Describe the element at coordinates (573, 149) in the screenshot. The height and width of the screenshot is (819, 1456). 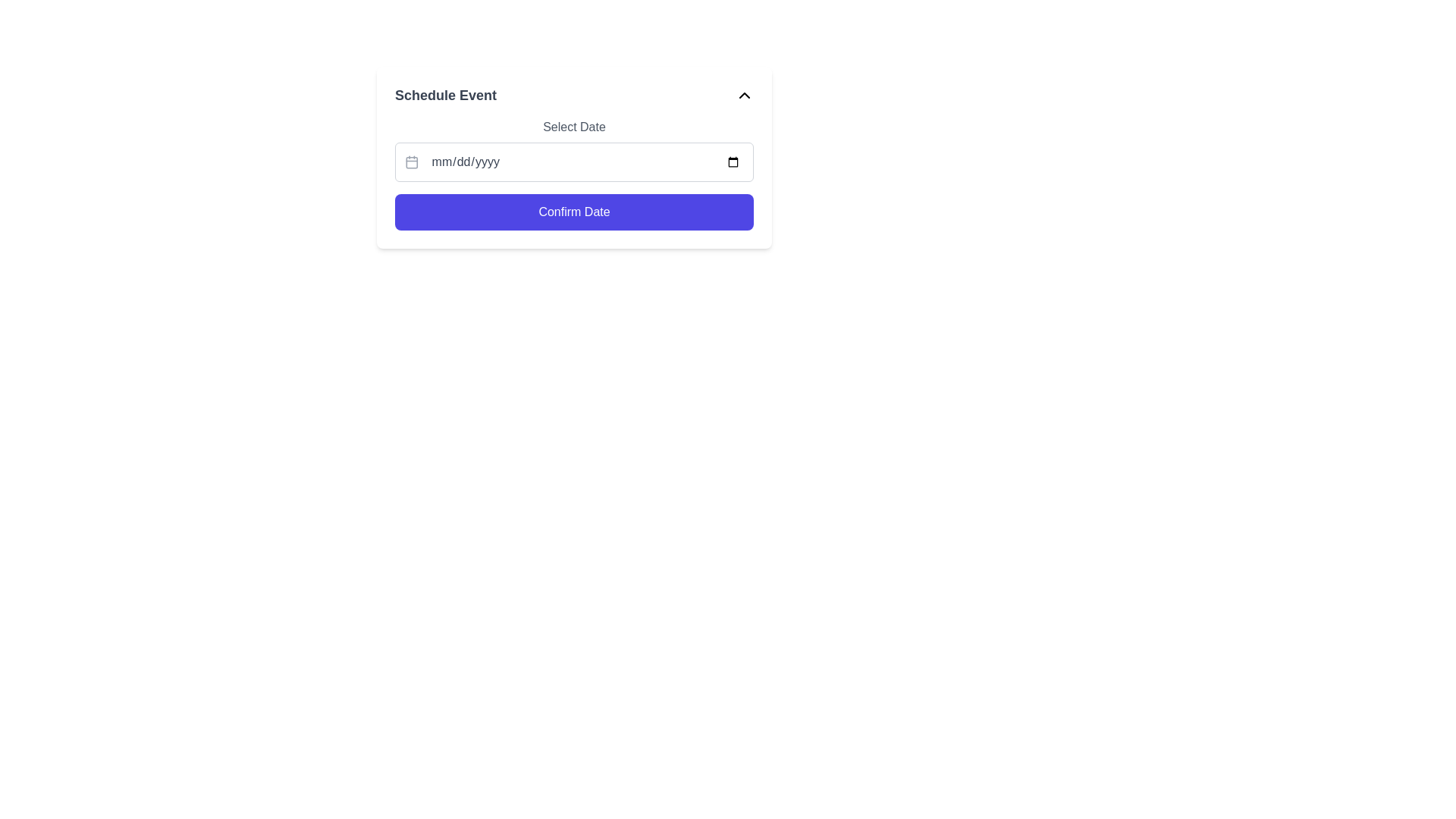
I see `a date from the calendar picker in the Date Picker Component labeled 'Select Date', located within the 'Schedule Event' form` at that location.